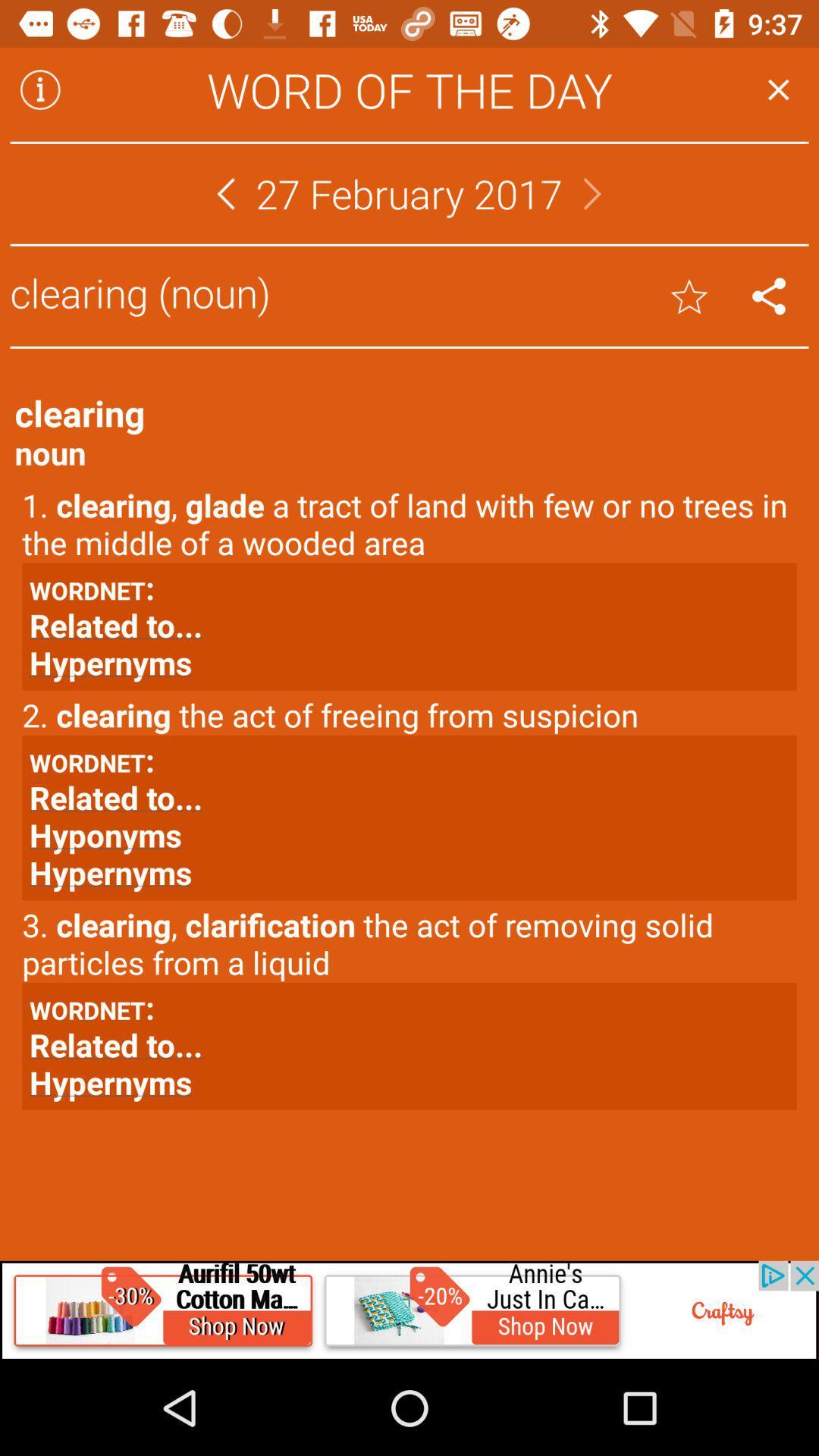 This screenshot has height=1456, width=819. Describe the element at coordinates (39, 89) in the screenshot. I see `information switch option` at that location.